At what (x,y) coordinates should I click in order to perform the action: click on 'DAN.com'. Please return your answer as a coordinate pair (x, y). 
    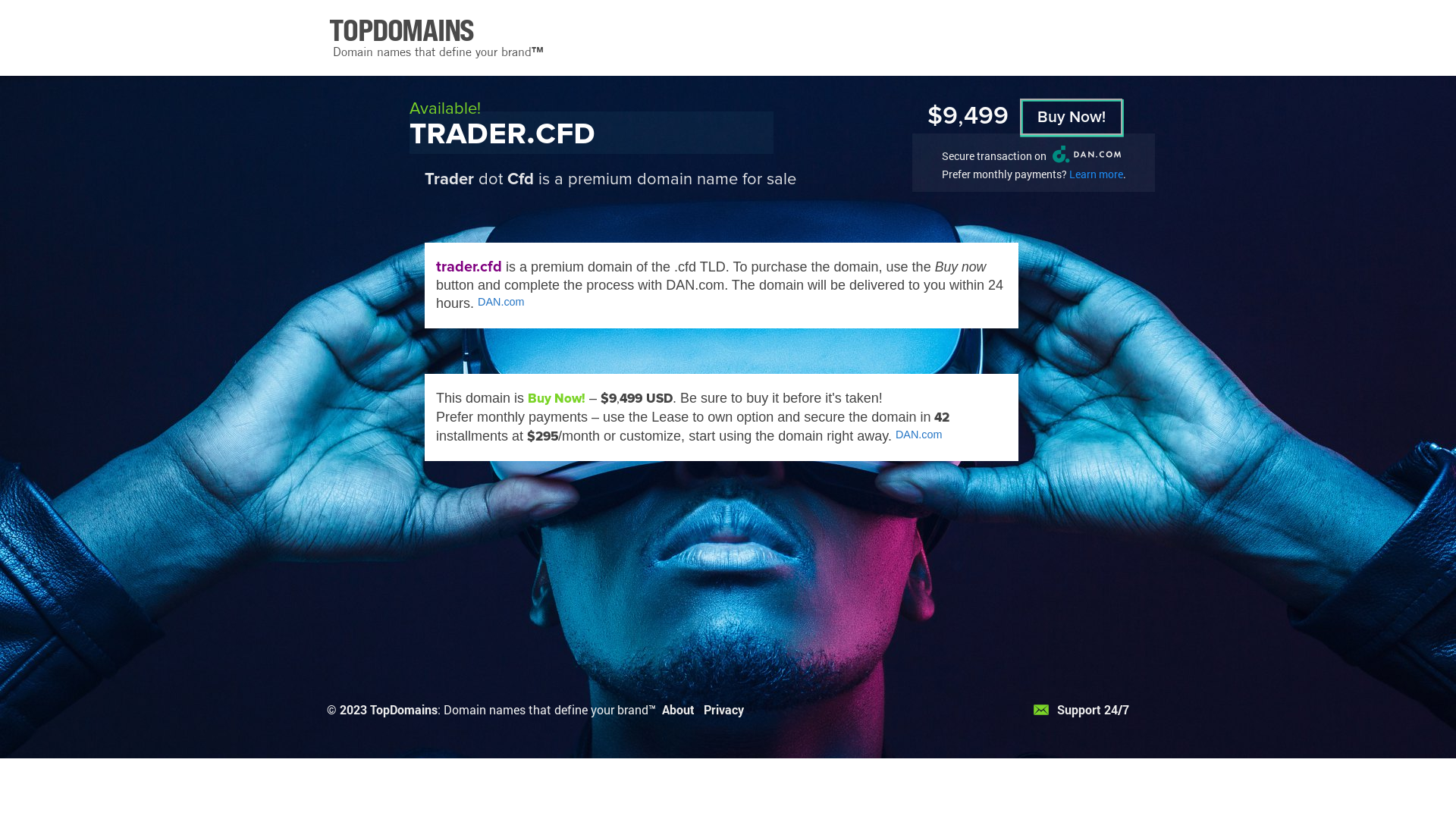
    Looking at the image, I should click on (501, 301).